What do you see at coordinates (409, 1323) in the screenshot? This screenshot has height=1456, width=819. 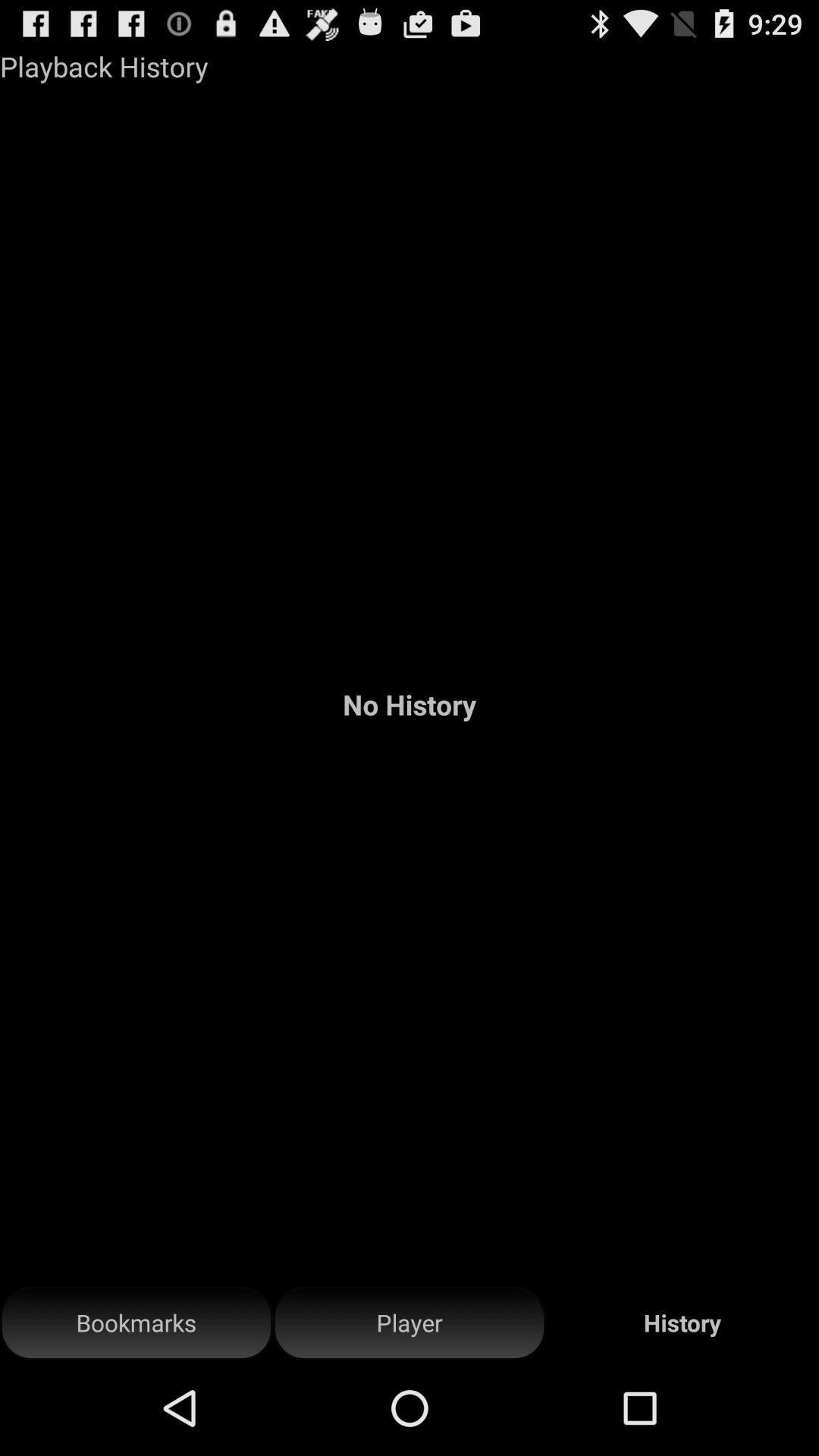 I see `the item to the right of bookmarks icon` at bounding box center [409, 1323].